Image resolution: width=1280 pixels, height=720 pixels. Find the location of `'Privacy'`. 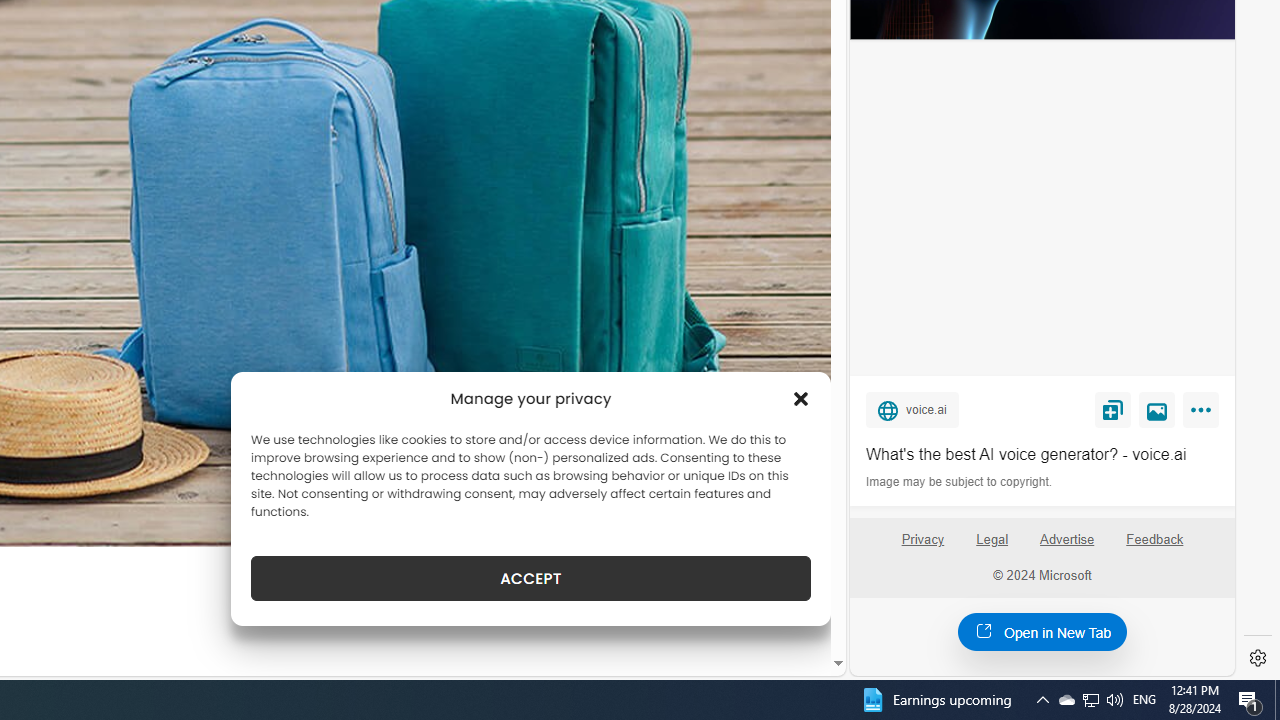

'Privacy' is located at coordinates (921, 538).